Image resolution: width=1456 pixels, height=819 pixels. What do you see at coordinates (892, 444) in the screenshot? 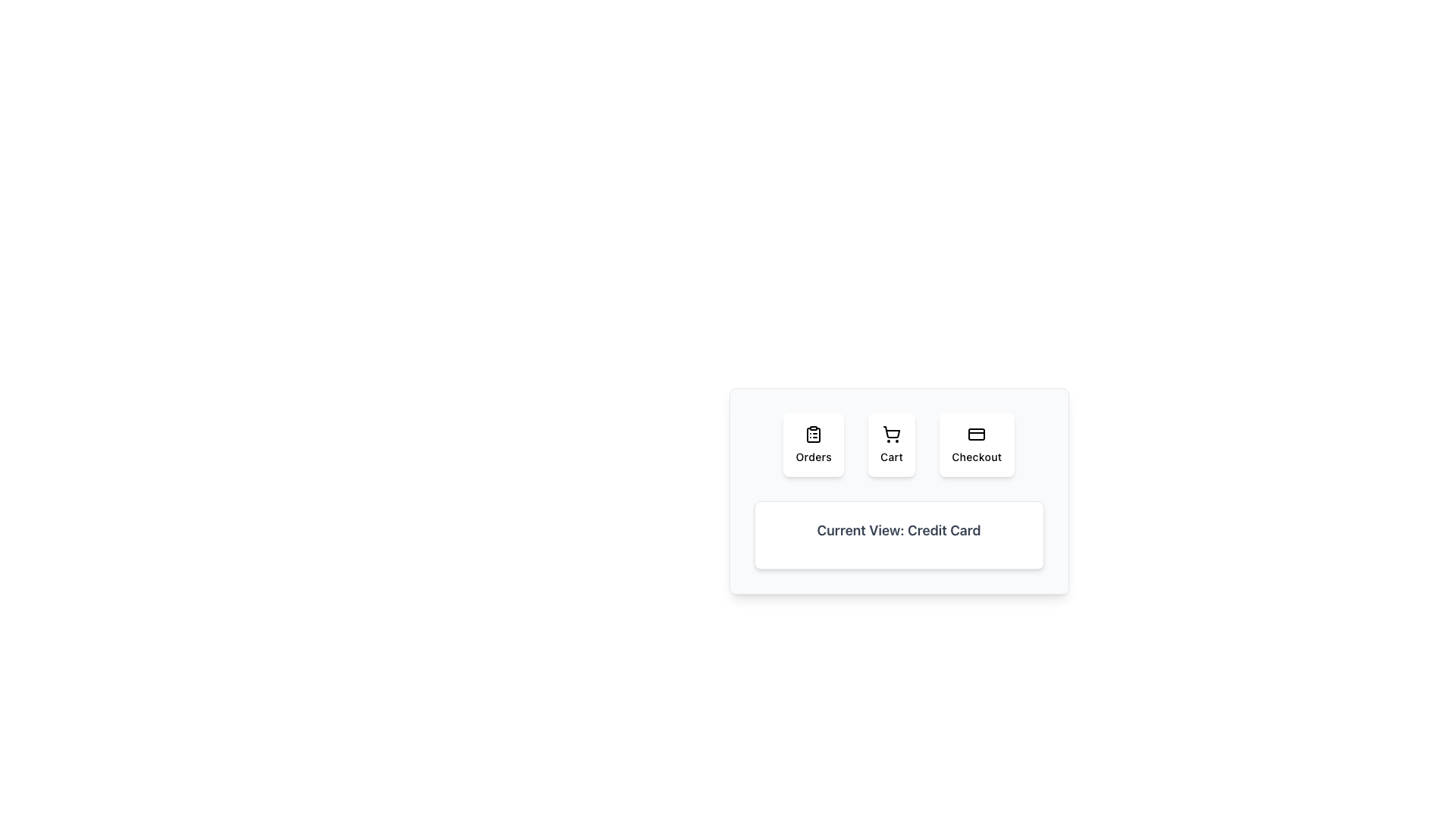
I see `the 'Cart' button, which is a rectangular block with rounded corners featuring a shopping cart icon above the text 'Cart'` at bounding box center [892, 444].